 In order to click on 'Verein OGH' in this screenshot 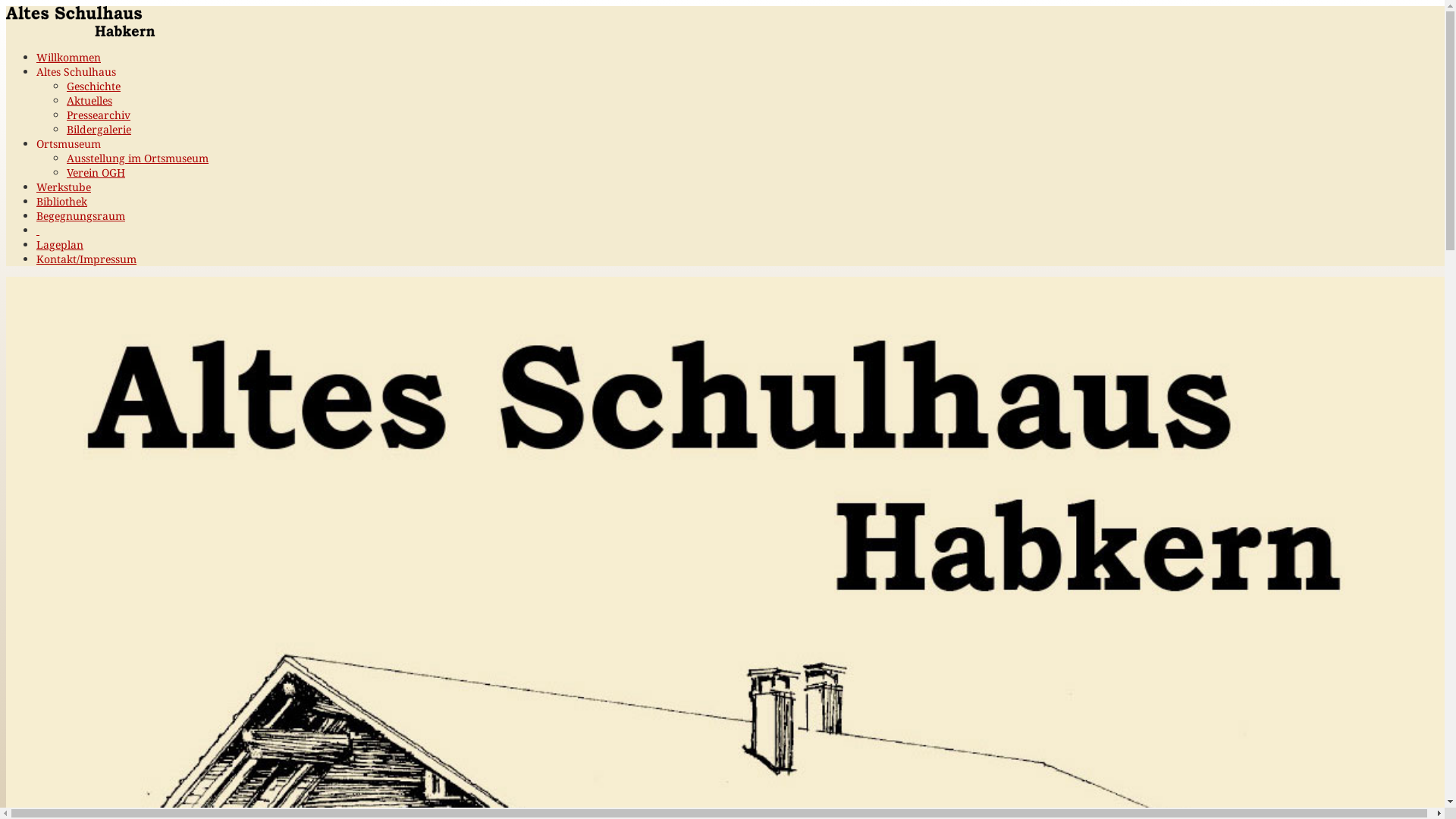, I will do `click(95, 171)`.